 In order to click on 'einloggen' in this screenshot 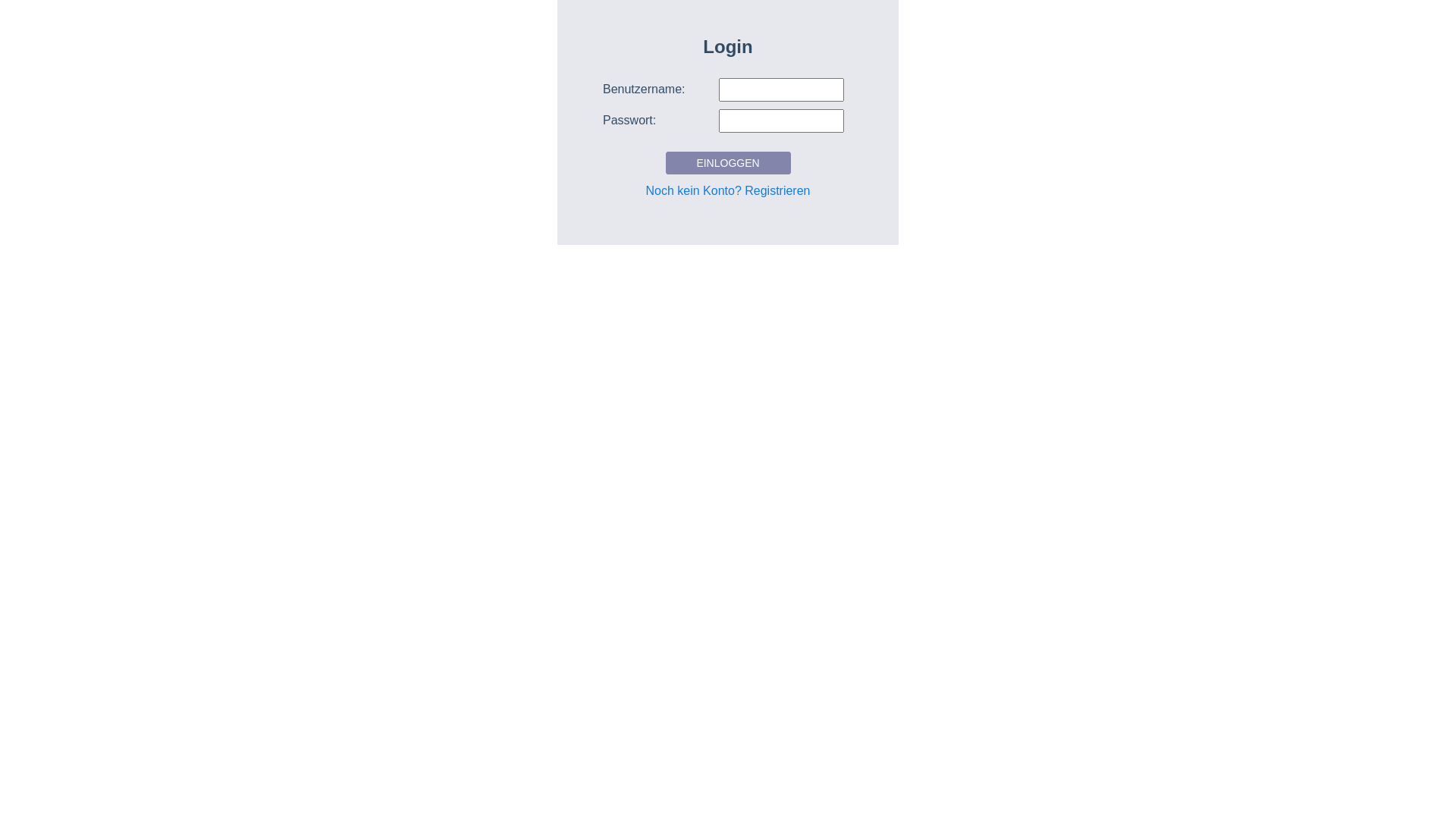, I will do `click(666, 163)`.